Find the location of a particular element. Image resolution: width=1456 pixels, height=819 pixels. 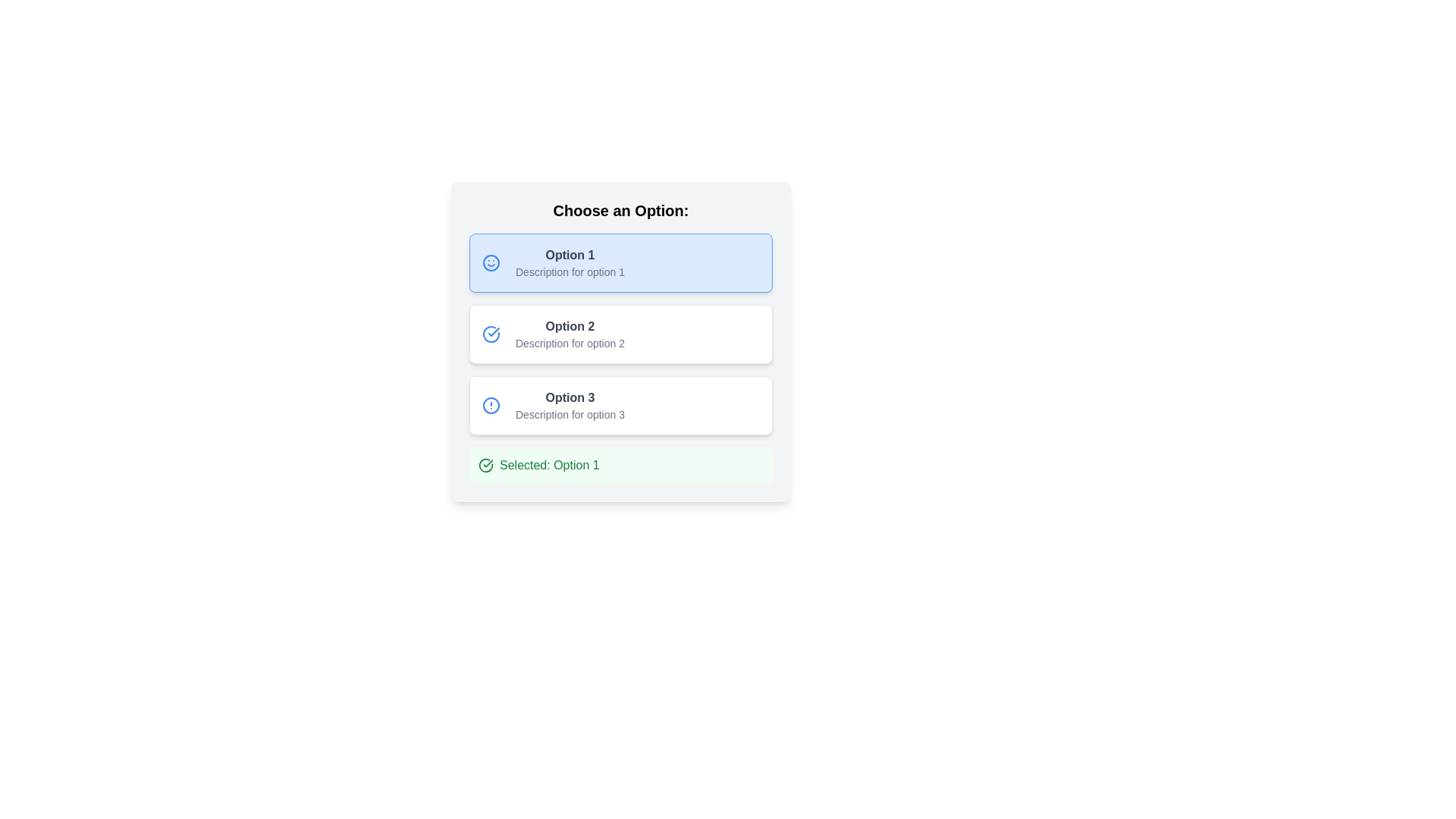

the icon in the 'Option 2' box to trigger visual feedback is located at coordinates (494, 333).